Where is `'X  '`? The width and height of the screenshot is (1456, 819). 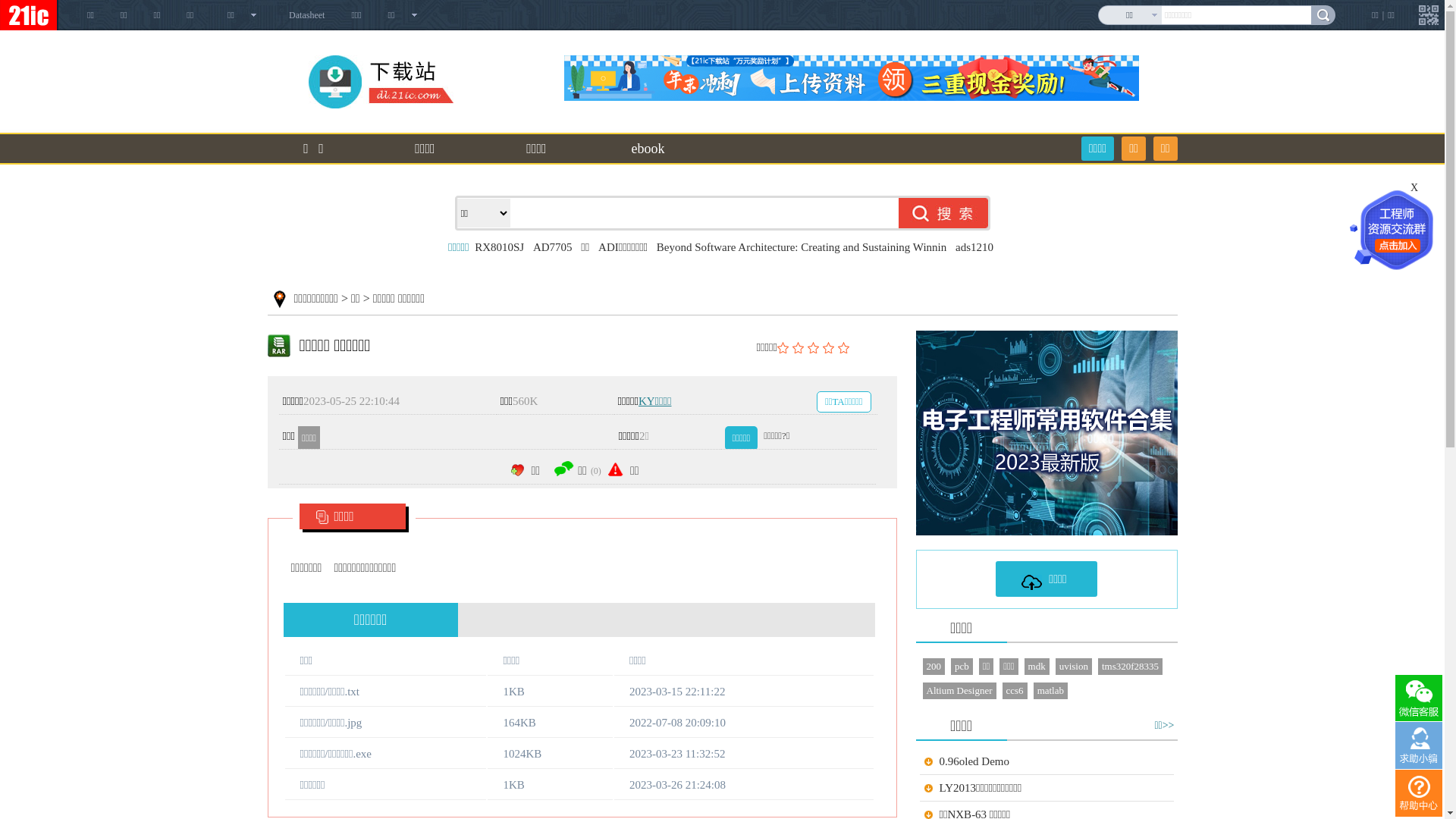 'X  ' is located at coordinates (1410, 187).